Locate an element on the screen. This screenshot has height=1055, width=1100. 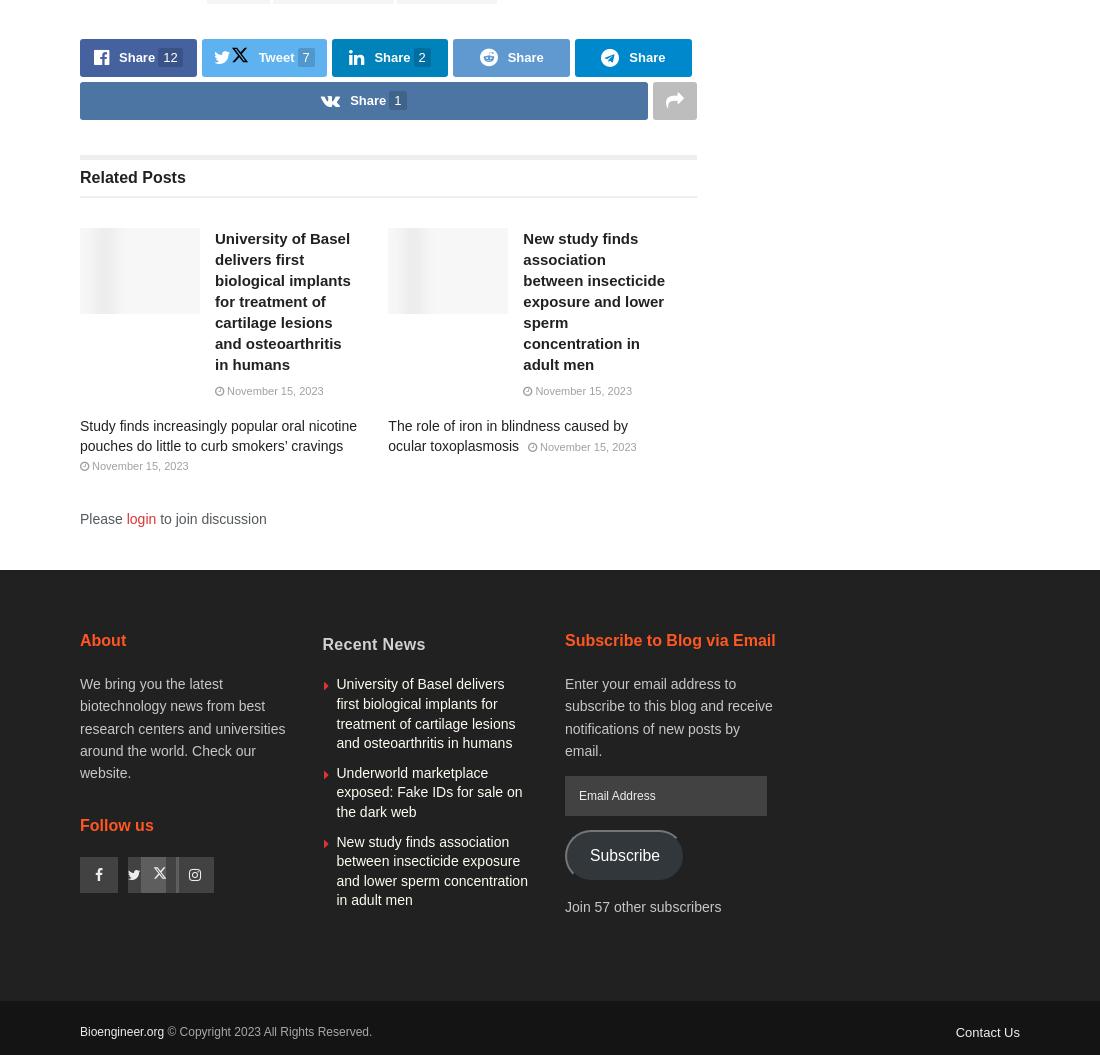
'1' is located at coordinates (397, 98).